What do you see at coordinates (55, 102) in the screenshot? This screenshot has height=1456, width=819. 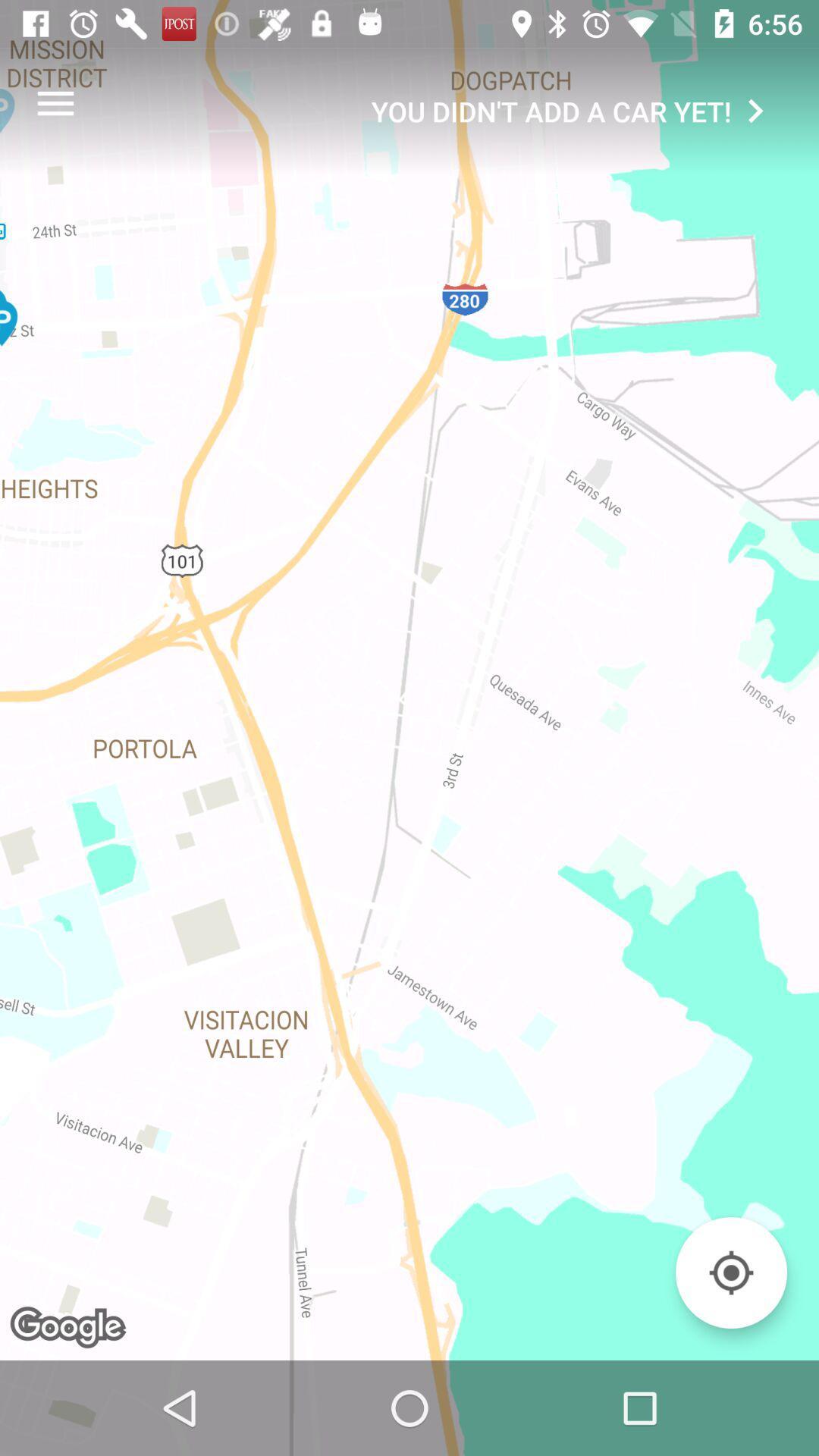 I see `the icon at the top left corner` at bounding box center [55, 102].